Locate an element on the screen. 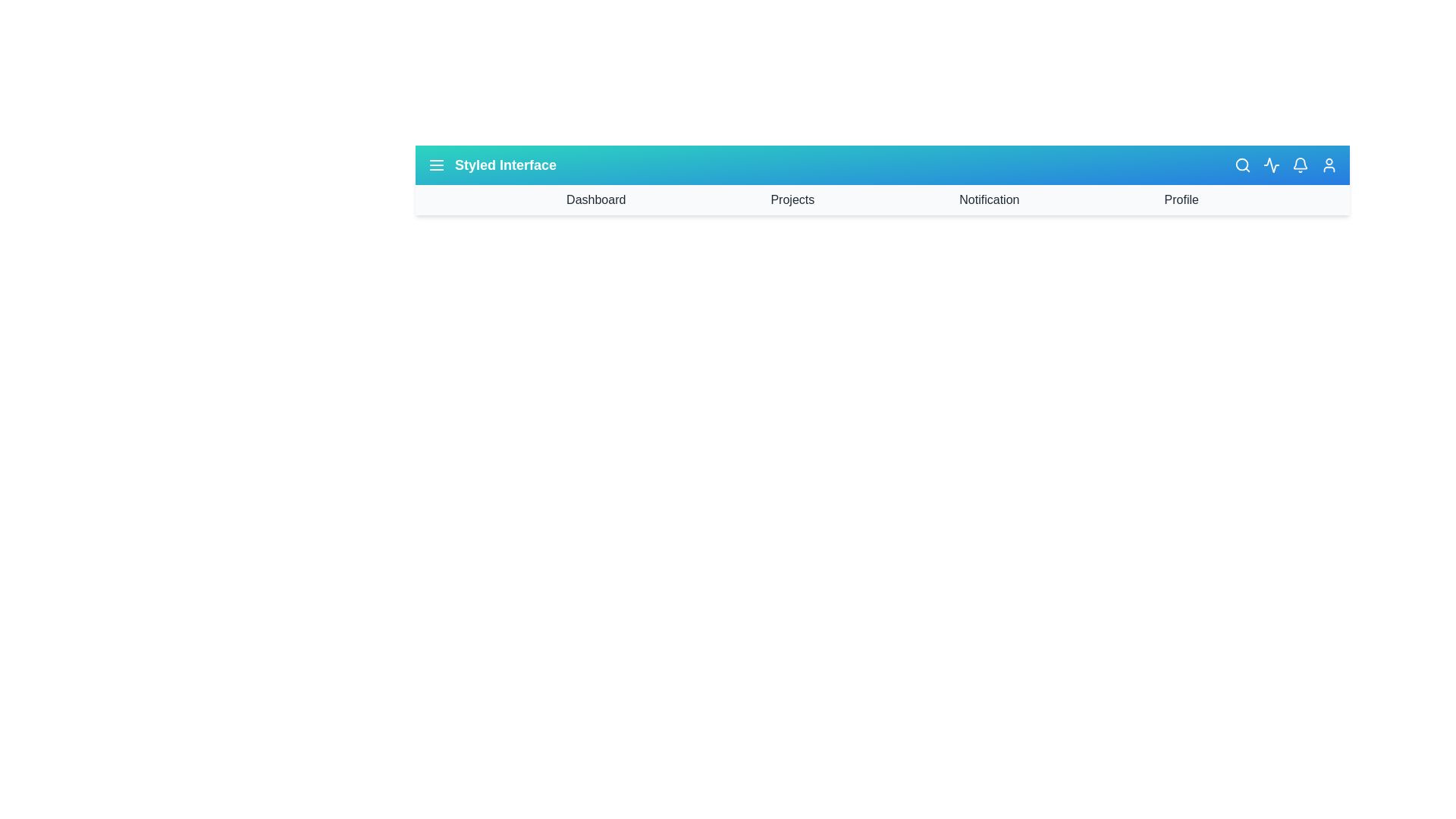 Image resolution: width=1456 pixels, height=819 pixels. the activity icon in the header is located at coordinates (1271, 165).